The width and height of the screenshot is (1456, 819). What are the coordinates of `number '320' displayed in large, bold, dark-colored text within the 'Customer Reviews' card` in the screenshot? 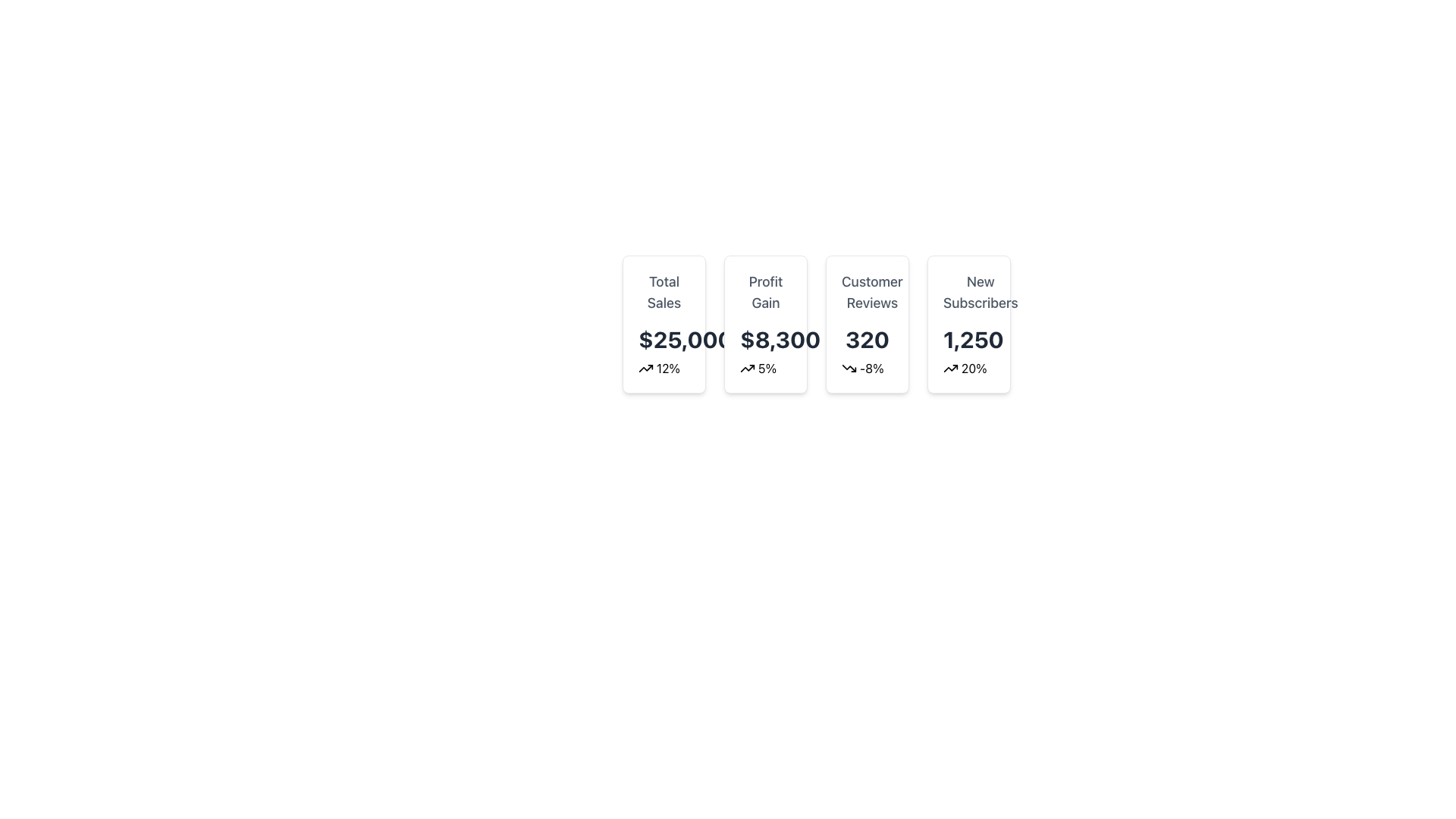 It's located at (867, 338).